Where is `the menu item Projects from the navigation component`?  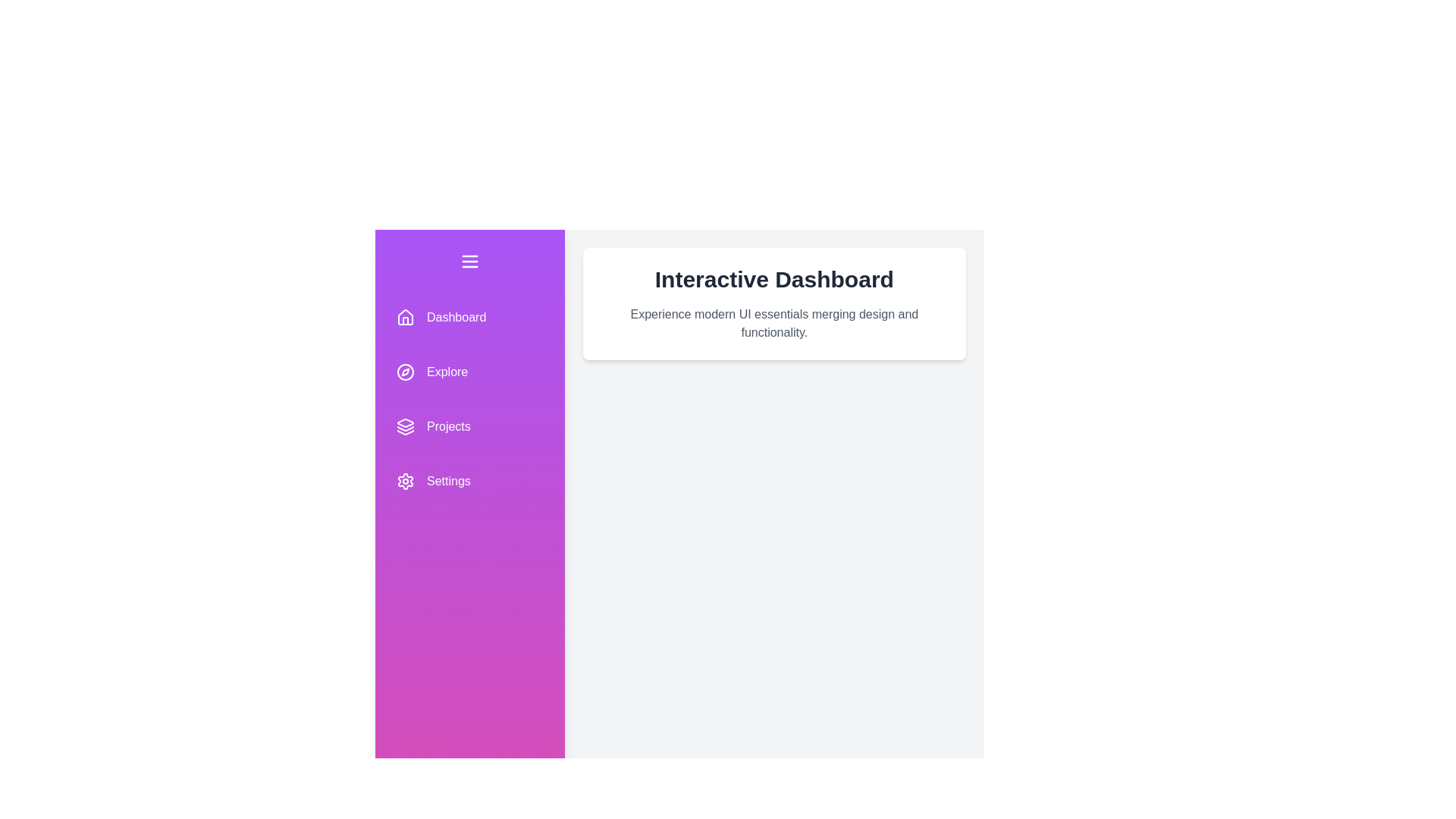
the menu item Projects from the navigation component is located at coordinates (469, 427).